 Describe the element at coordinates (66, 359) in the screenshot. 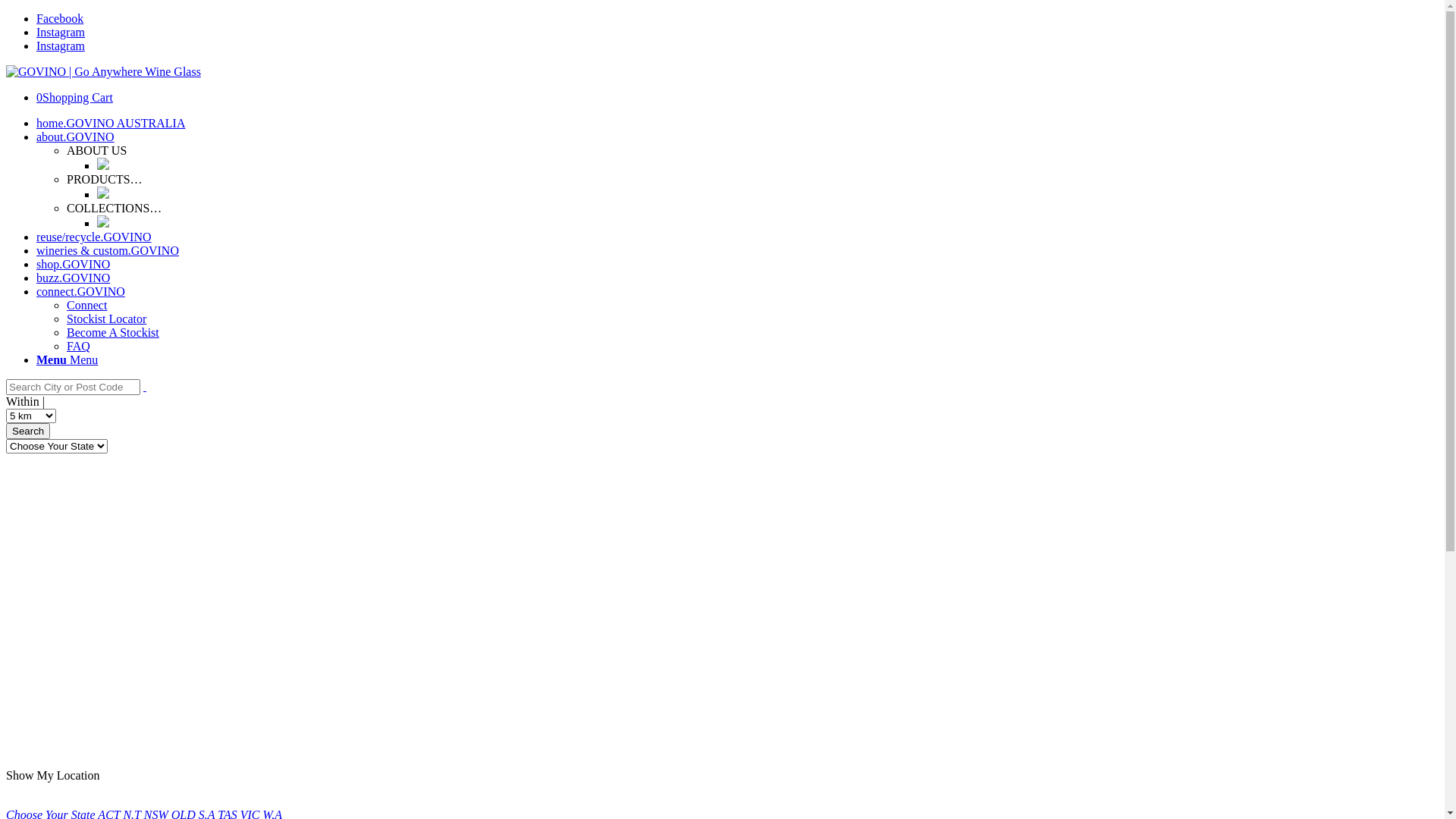

I see `'Menu Menu'` at that location.